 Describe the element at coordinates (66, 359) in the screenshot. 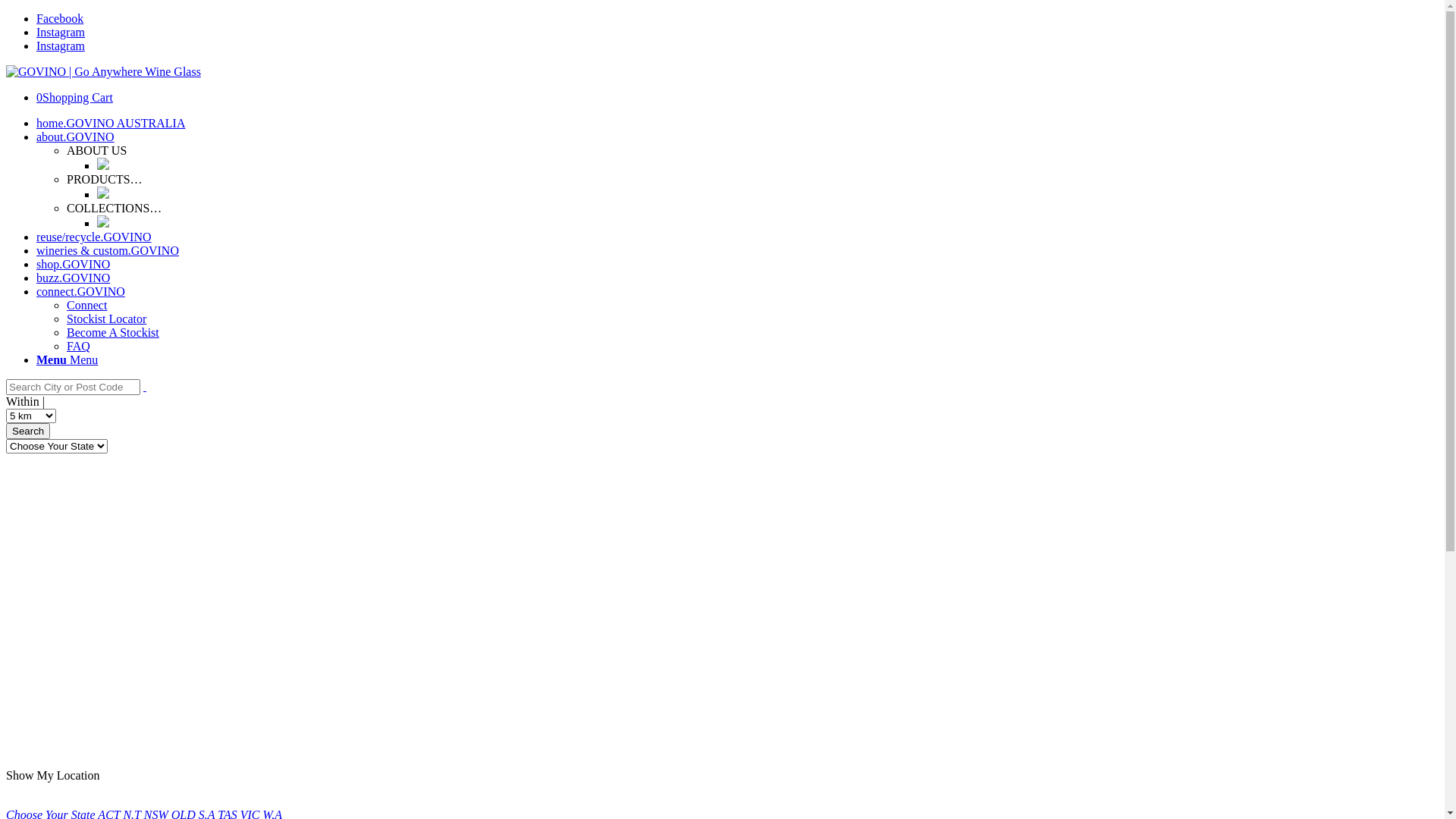

I see `'Menu Menu'` at that location.